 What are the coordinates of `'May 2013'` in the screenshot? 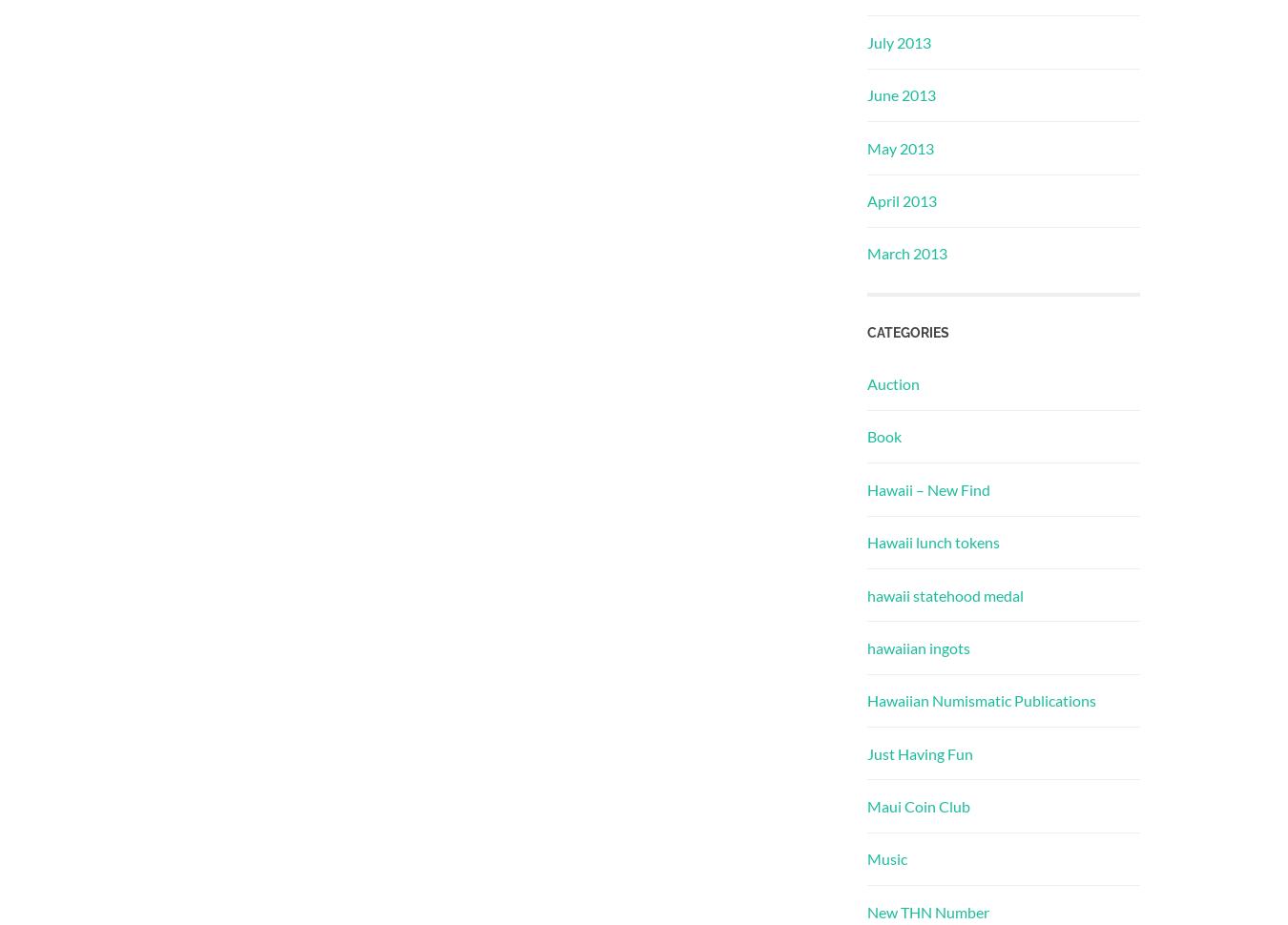 It's located at (900, 146).